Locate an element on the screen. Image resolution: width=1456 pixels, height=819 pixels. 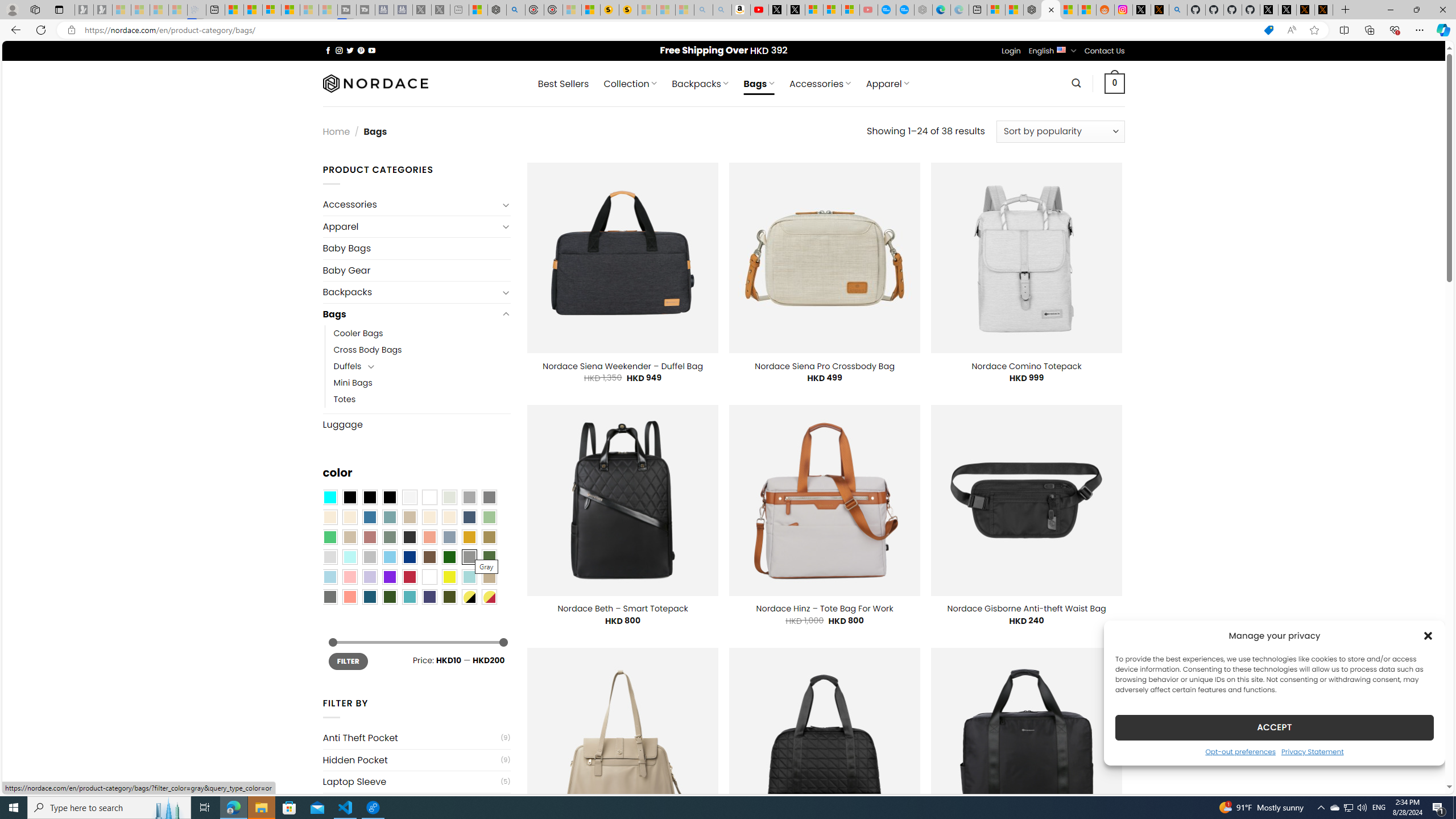
'Anti Theft Pocket(9)' is located at coordinates (416, 738).